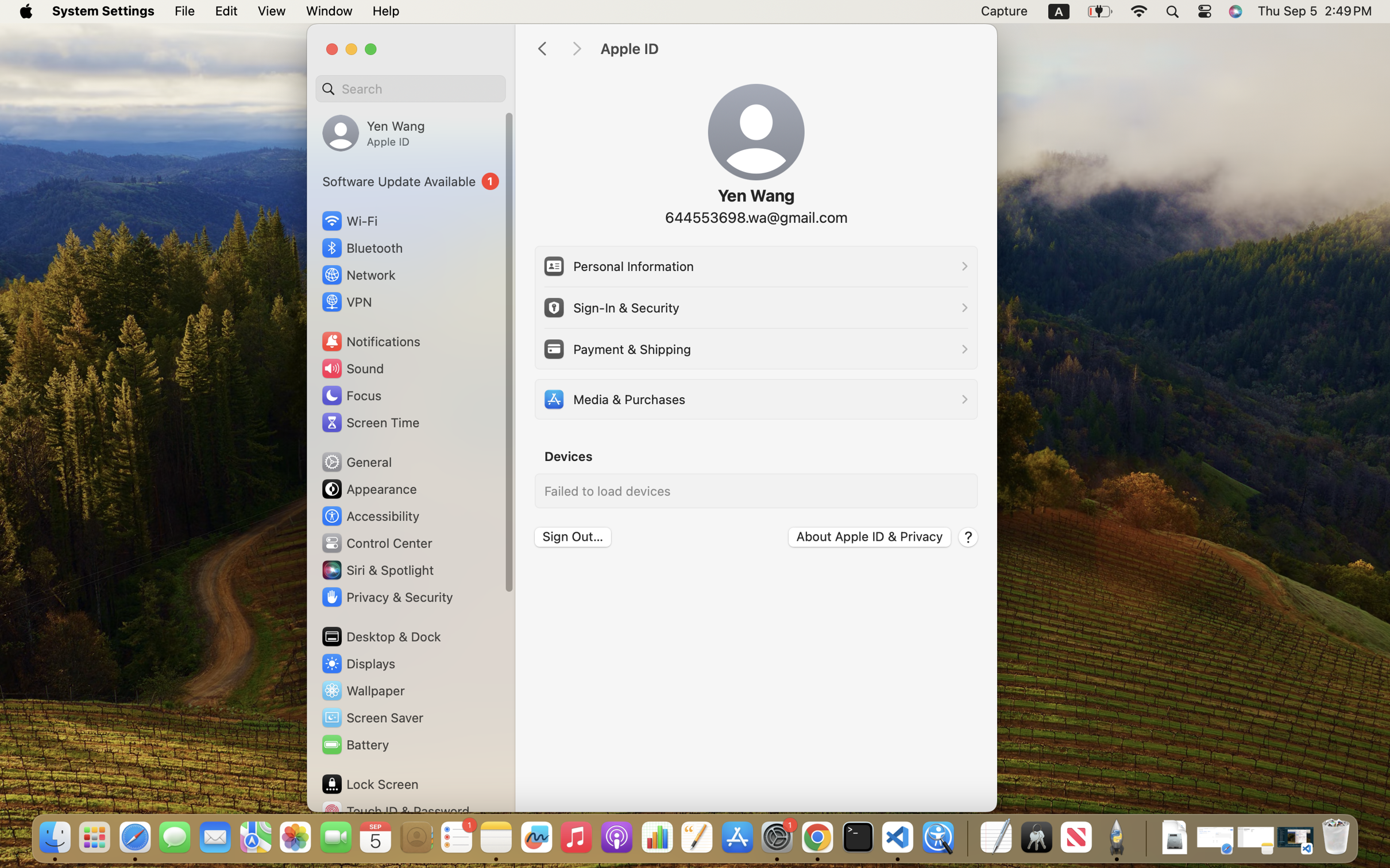 This screenshot has height=868, width=1390. Describe the element at coordinates (370, 515) in the screenshot. I see `'Accessibility'` at that location.